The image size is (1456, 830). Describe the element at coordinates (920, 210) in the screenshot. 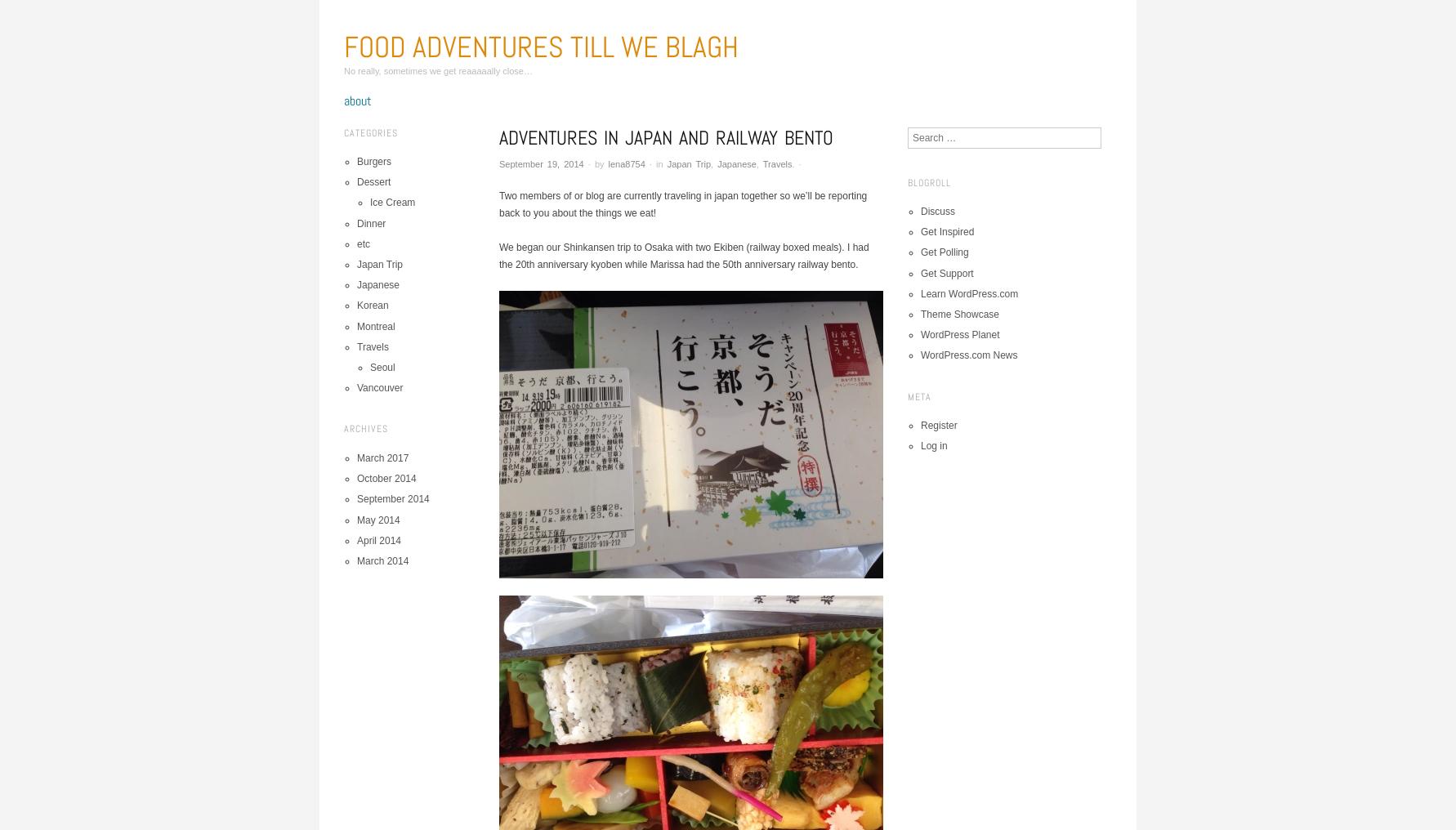

I see `'Discuss'` at that location.